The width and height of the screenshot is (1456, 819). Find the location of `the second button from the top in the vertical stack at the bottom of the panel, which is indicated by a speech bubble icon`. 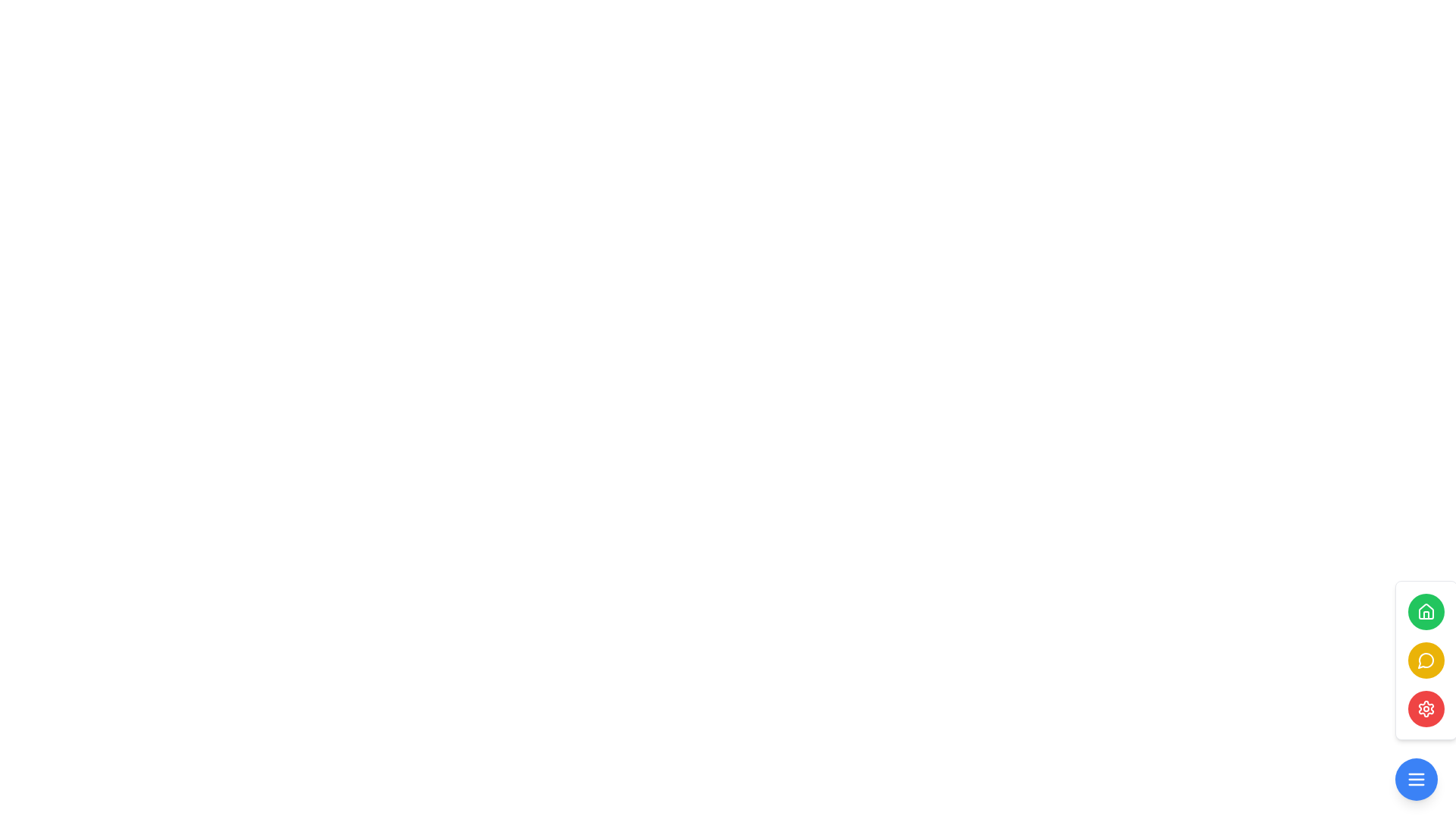

the second button from the top in the vertical stack at the bottom of the panel, which is indicated by a speech bubble icon is located at coordinates (1426, 660).